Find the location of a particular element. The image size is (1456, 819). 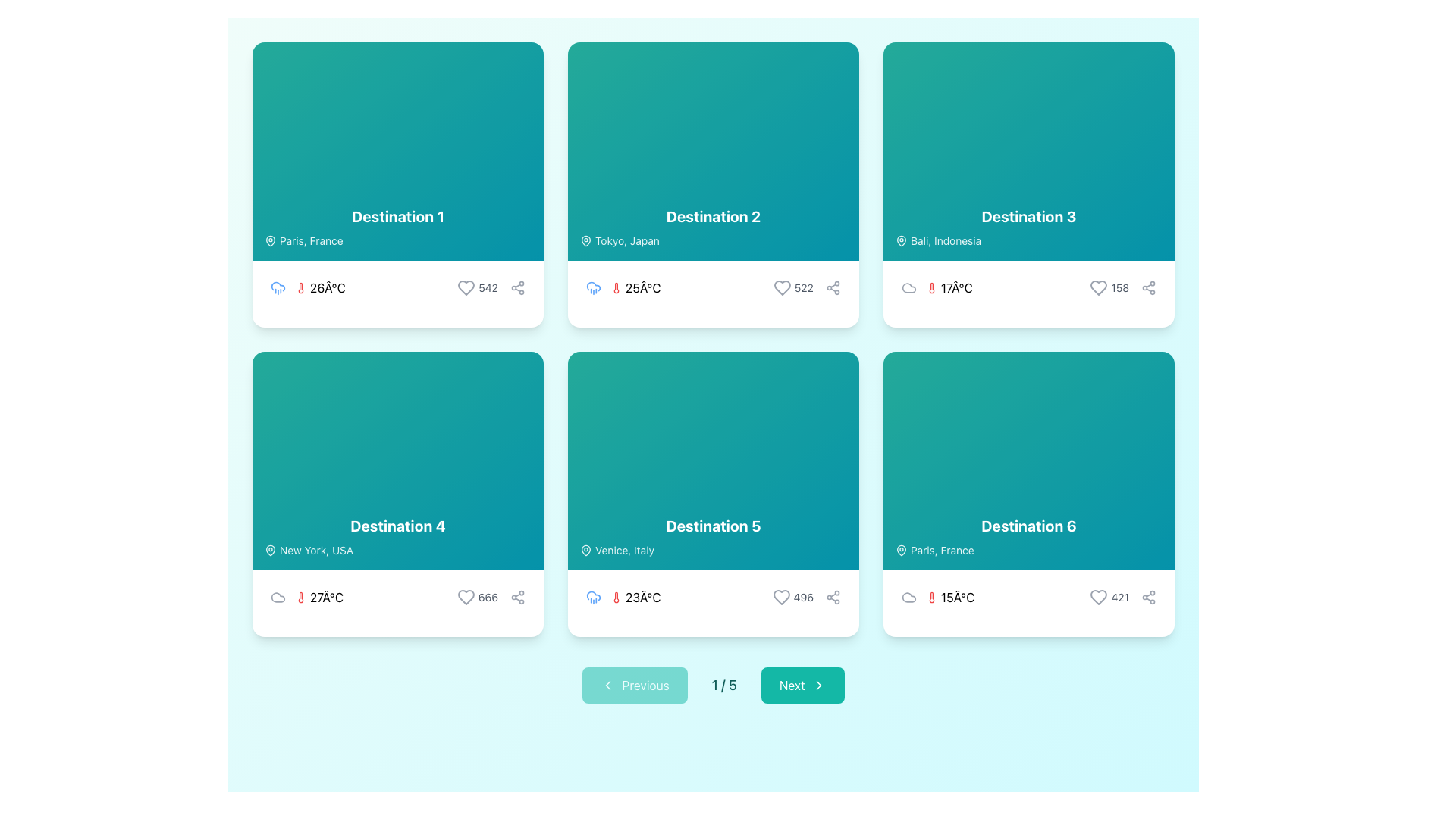

the map pin icon located within the 'Paris, France' text section of the 'Destination 6' card in the bottom-right of a 2-row, 3-column grid of destination cards is located at coordinates (902, 550).